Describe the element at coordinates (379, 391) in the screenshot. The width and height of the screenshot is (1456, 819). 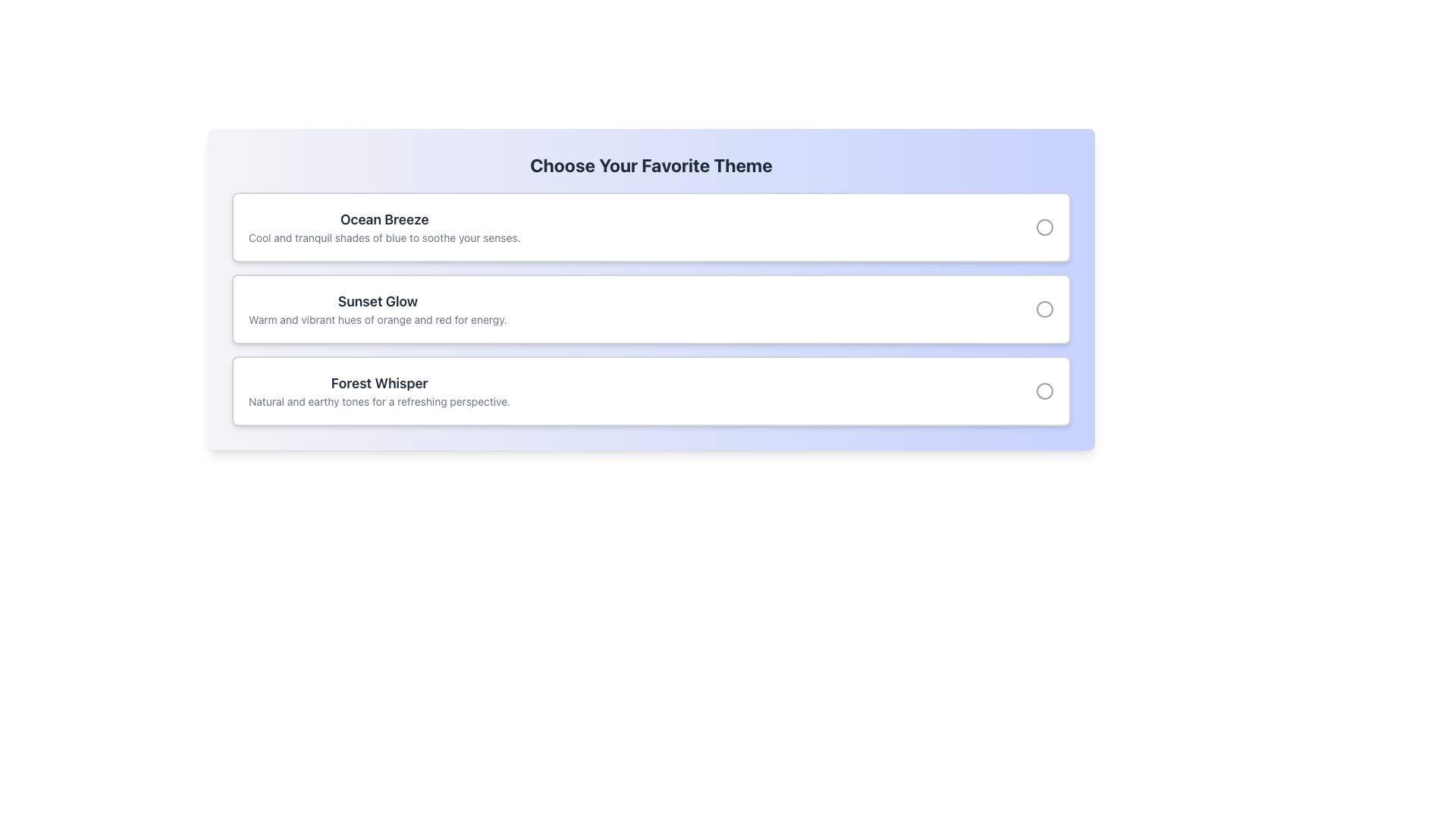
I see `the 'Forest Whisper' label` at that location.